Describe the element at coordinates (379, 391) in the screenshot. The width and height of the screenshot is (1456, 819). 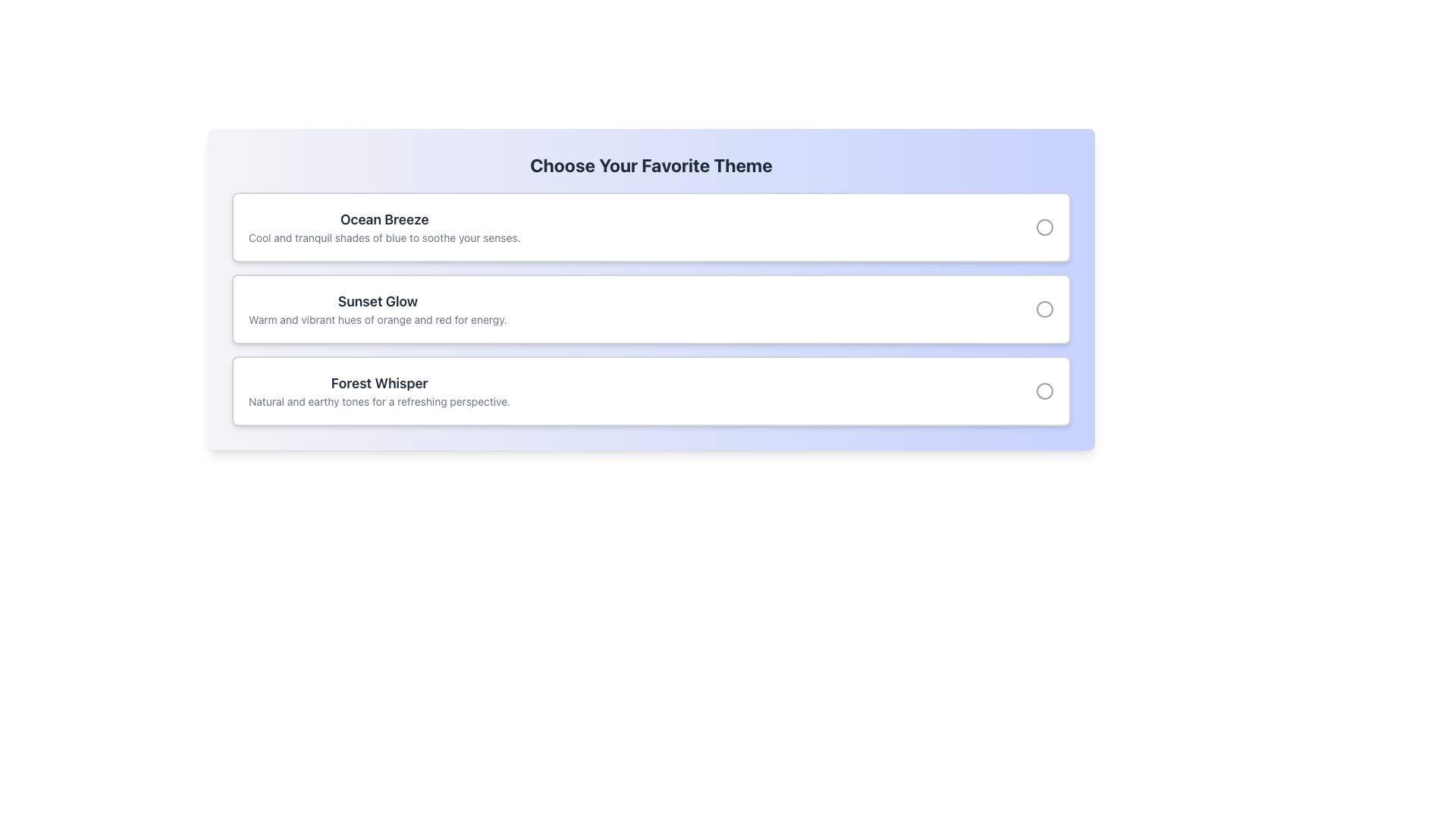
I see `the 'Forest Whisper' label` at that location.